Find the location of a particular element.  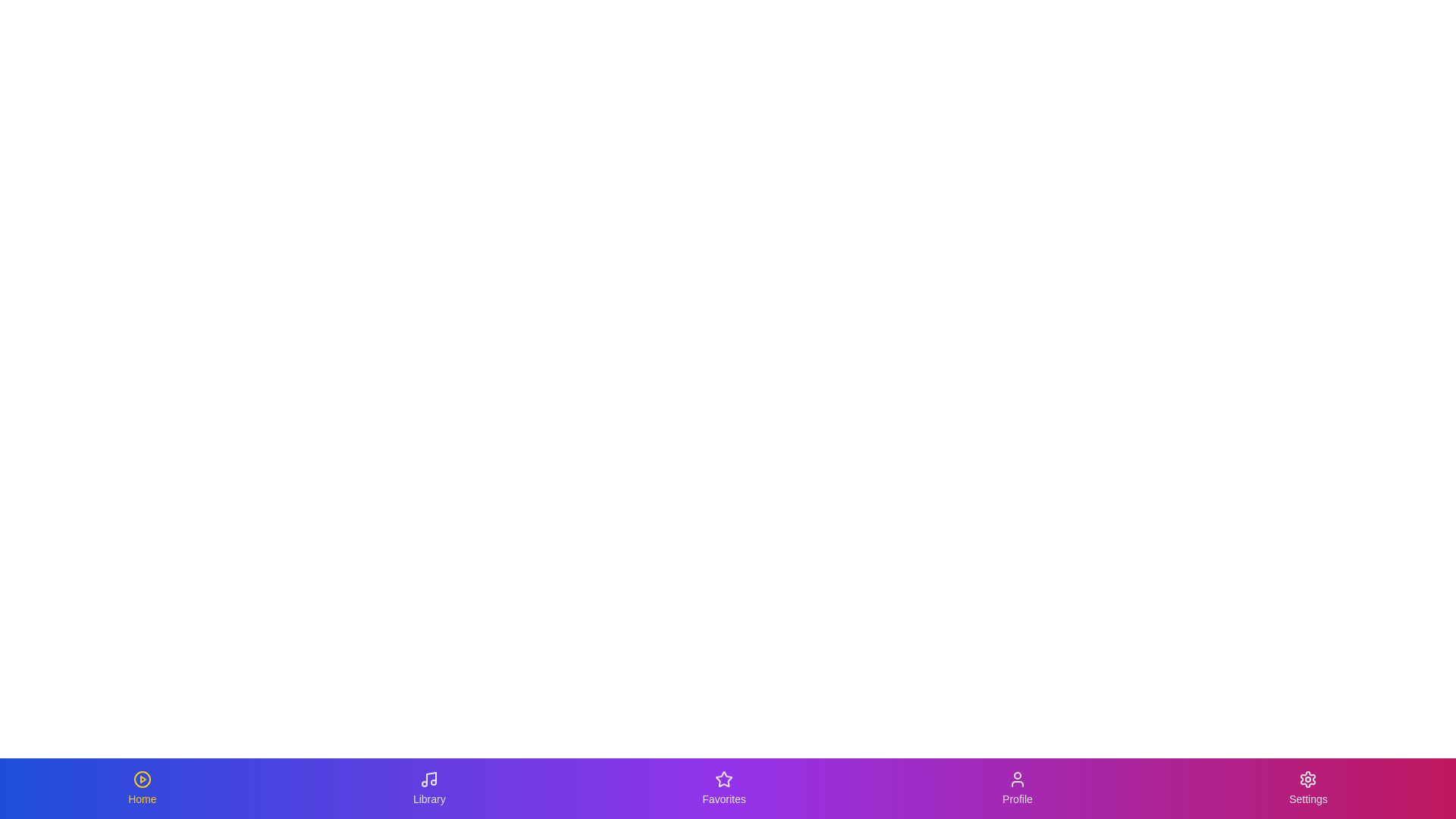

the Favorites tab to switch to its view is located at coordinates (723, 788).